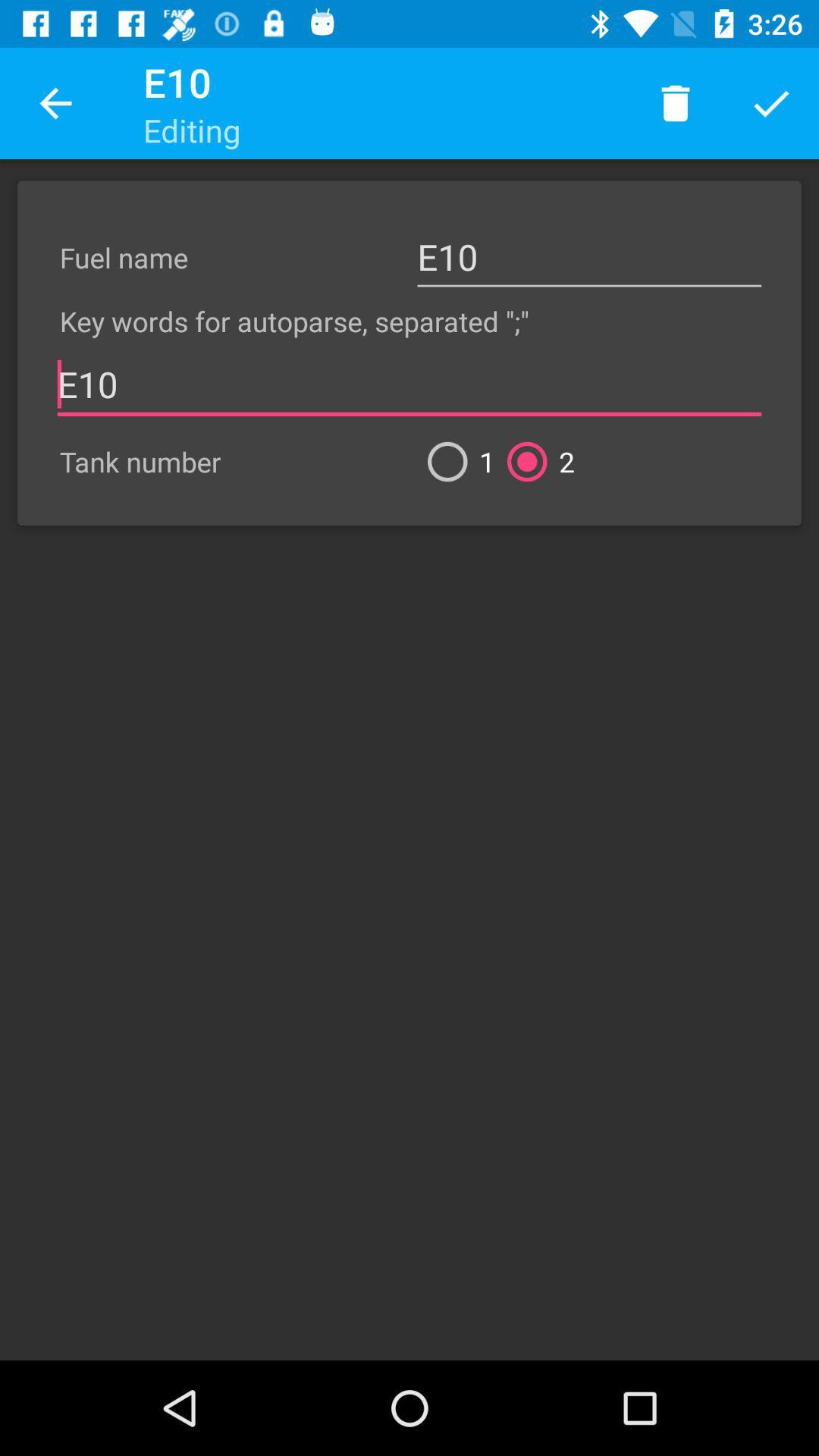 Image resolution: width=819 pixels, height=1456 pixels. What do you see at coordinates (534, 461) in the screenshot?
I see `icon next to the 1 icon` at bounding box center [534, 461].